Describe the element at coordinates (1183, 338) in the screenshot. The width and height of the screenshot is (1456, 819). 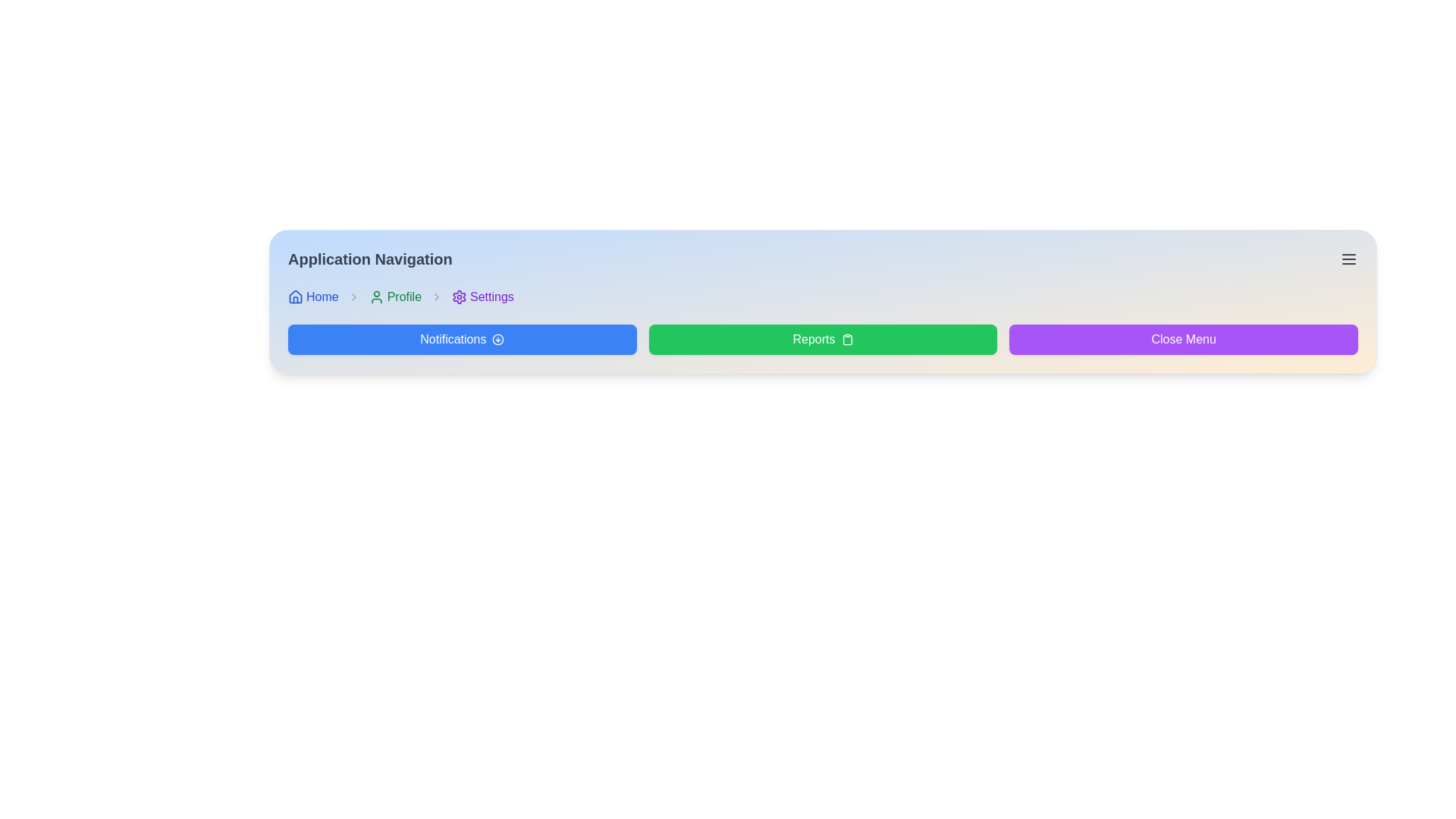
I see `the 'Close Menu' button, which is a rectangular button with a purple background and white text, located as the last item in a horizontal navigation group` at that location.